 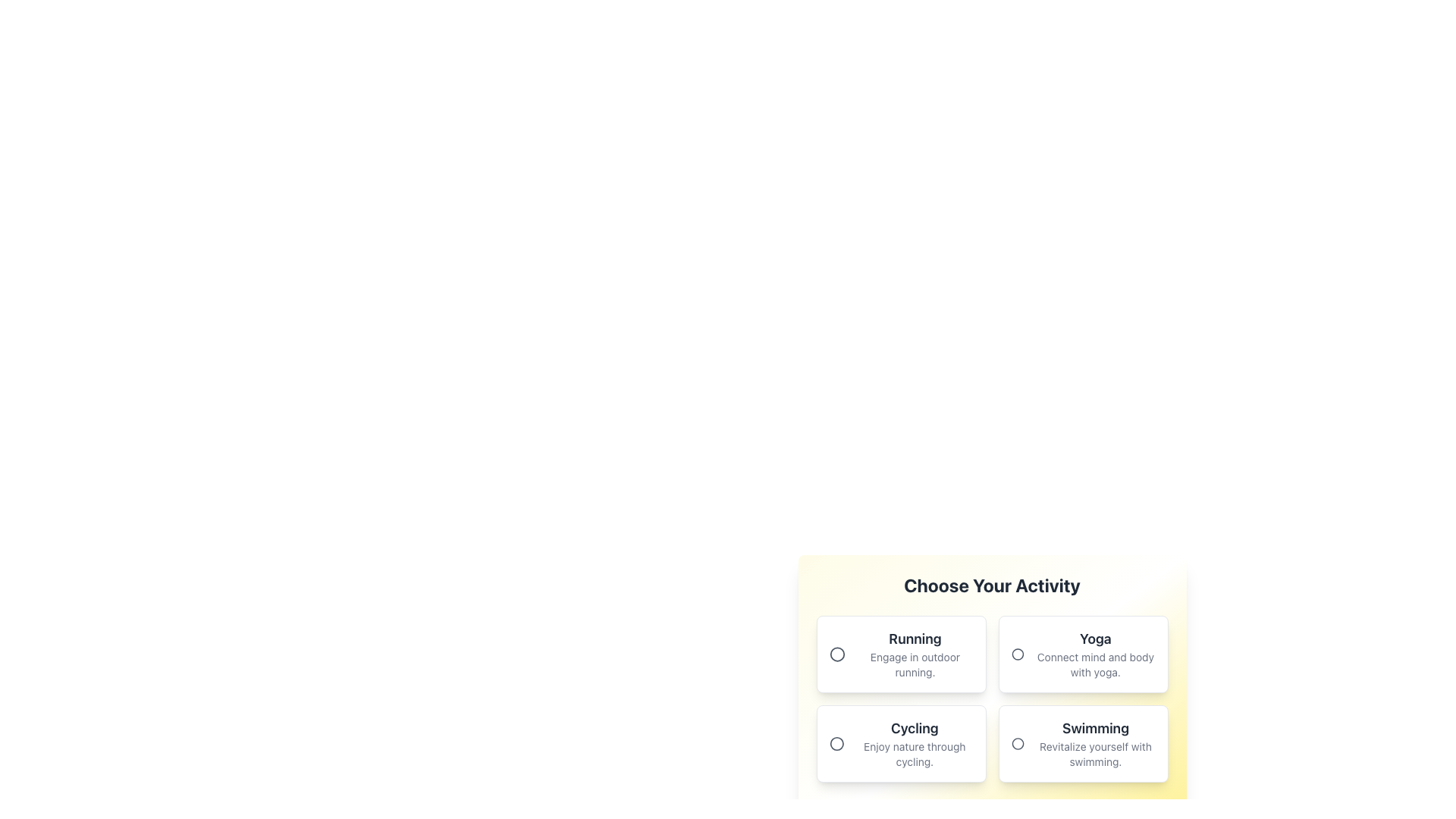 What do you see at coordinates (1095, 742) in the screenshot?
I see `the text label titled 'Swimming' located in the bottom-right card of the 'Choose Your Activity' section` at bounding box center [1095, 742].